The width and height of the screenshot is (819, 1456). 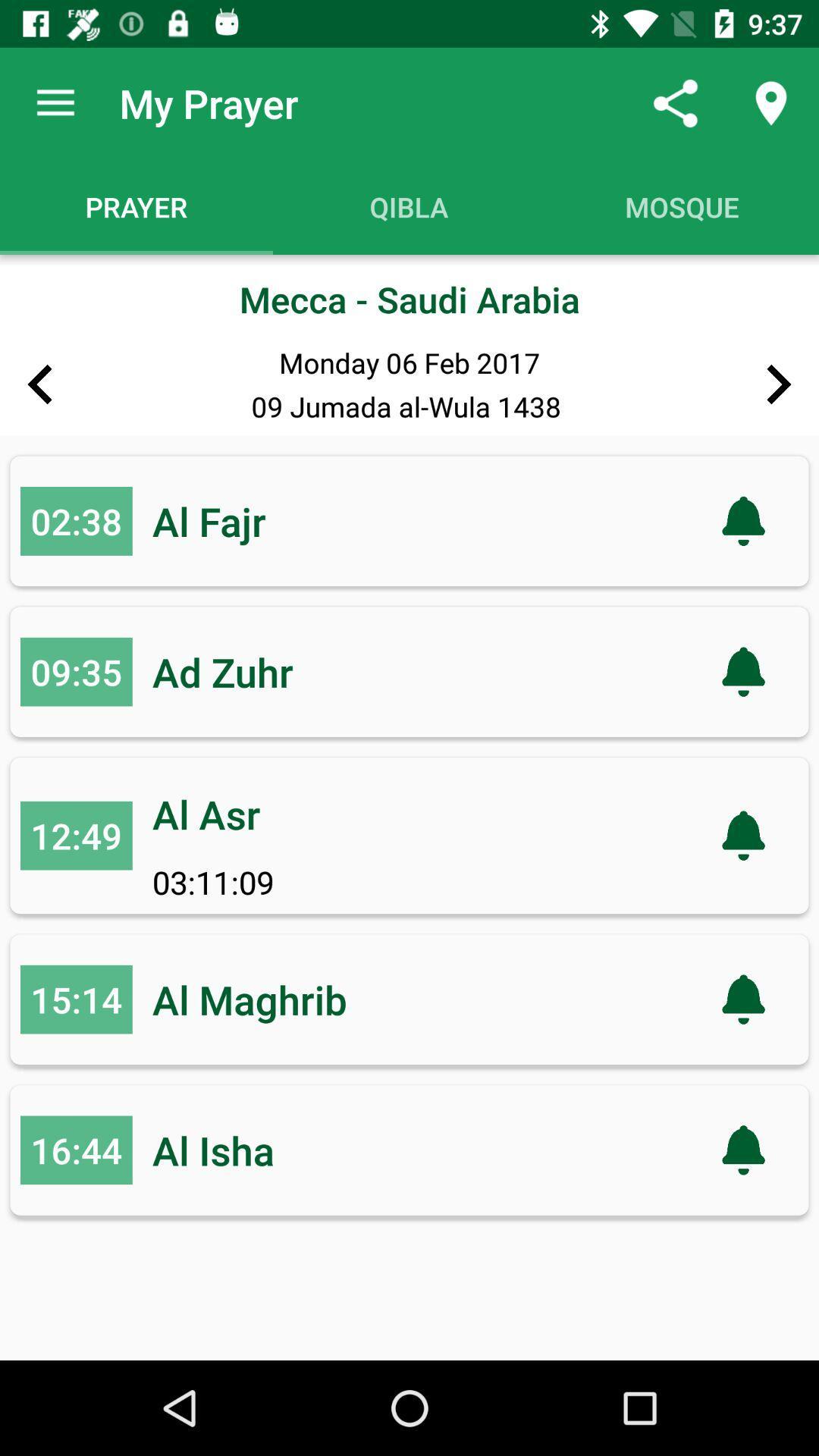 What do you see at coordinates (76, 1150) in the screenshot?
I see `the item next to al isha` at bounding box center [76, 1150].